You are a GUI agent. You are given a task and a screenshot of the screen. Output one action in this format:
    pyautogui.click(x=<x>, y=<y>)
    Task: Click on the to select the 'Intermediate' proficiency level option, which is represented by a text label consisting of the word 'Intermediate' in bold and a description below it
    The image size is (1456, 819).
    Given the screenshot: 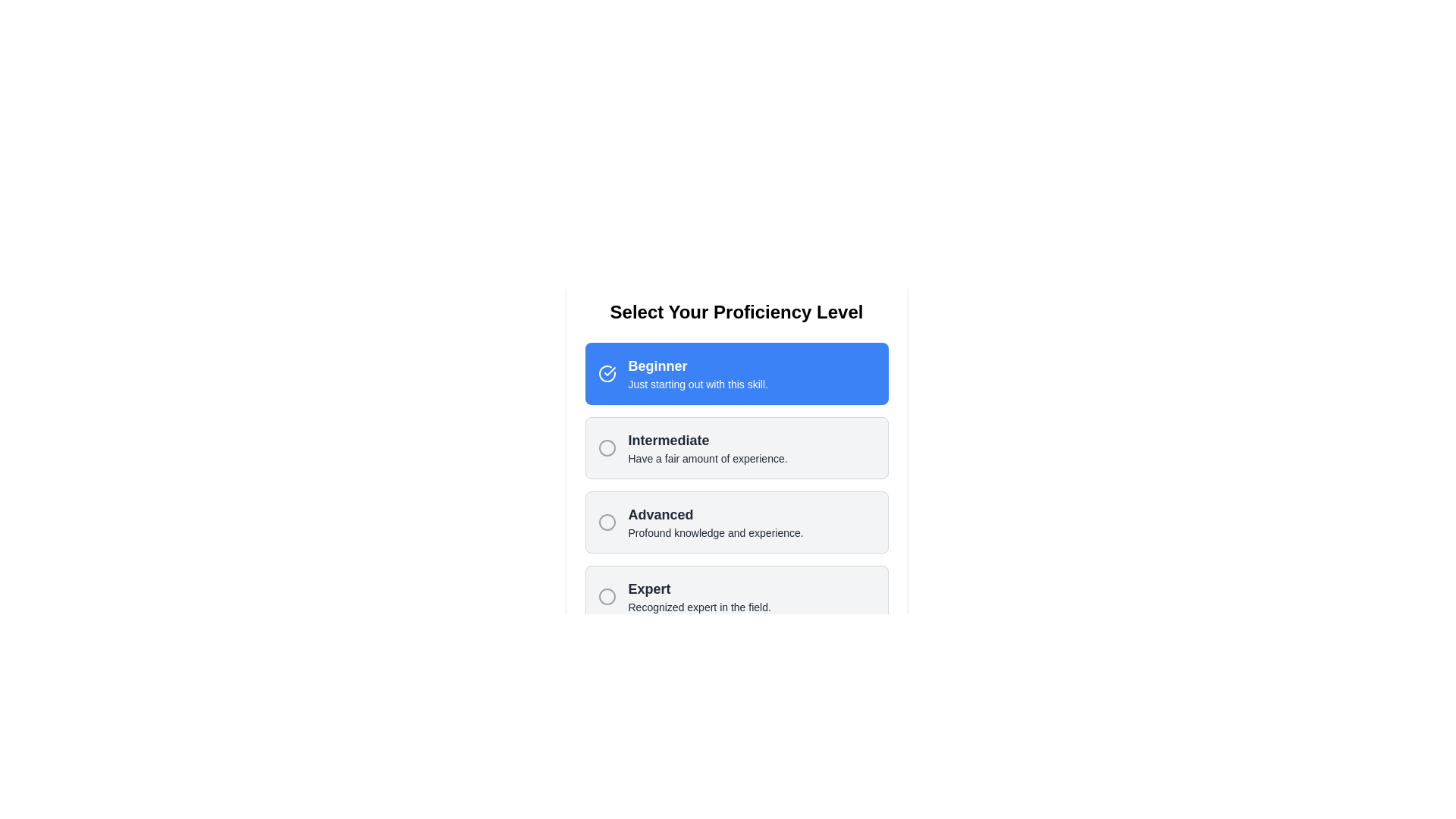 What is the action you would take?
    pyautogui.click(x=707, y=447)
    